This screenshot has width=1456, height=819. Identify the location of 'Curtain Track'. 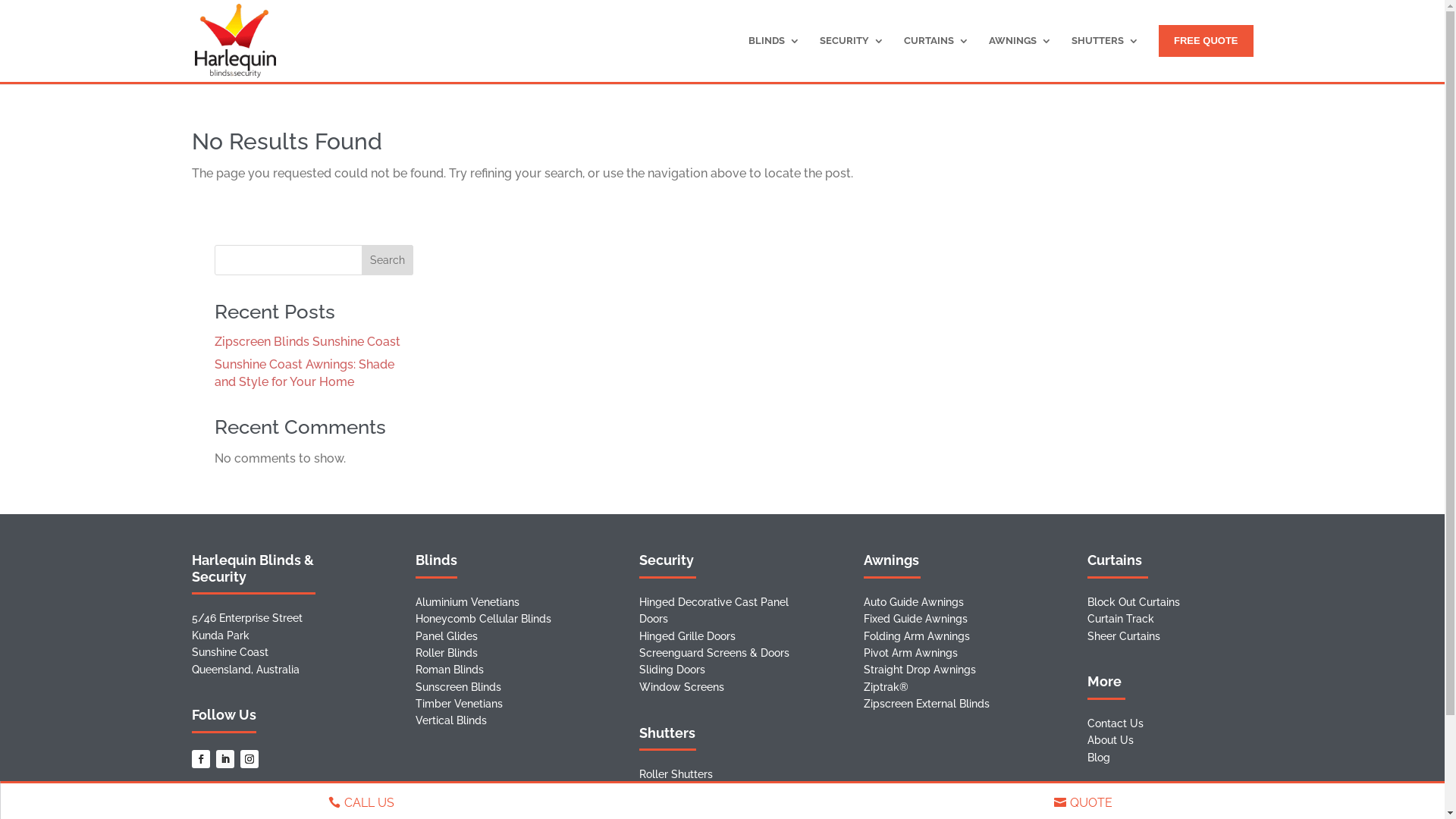
(1121, 619).